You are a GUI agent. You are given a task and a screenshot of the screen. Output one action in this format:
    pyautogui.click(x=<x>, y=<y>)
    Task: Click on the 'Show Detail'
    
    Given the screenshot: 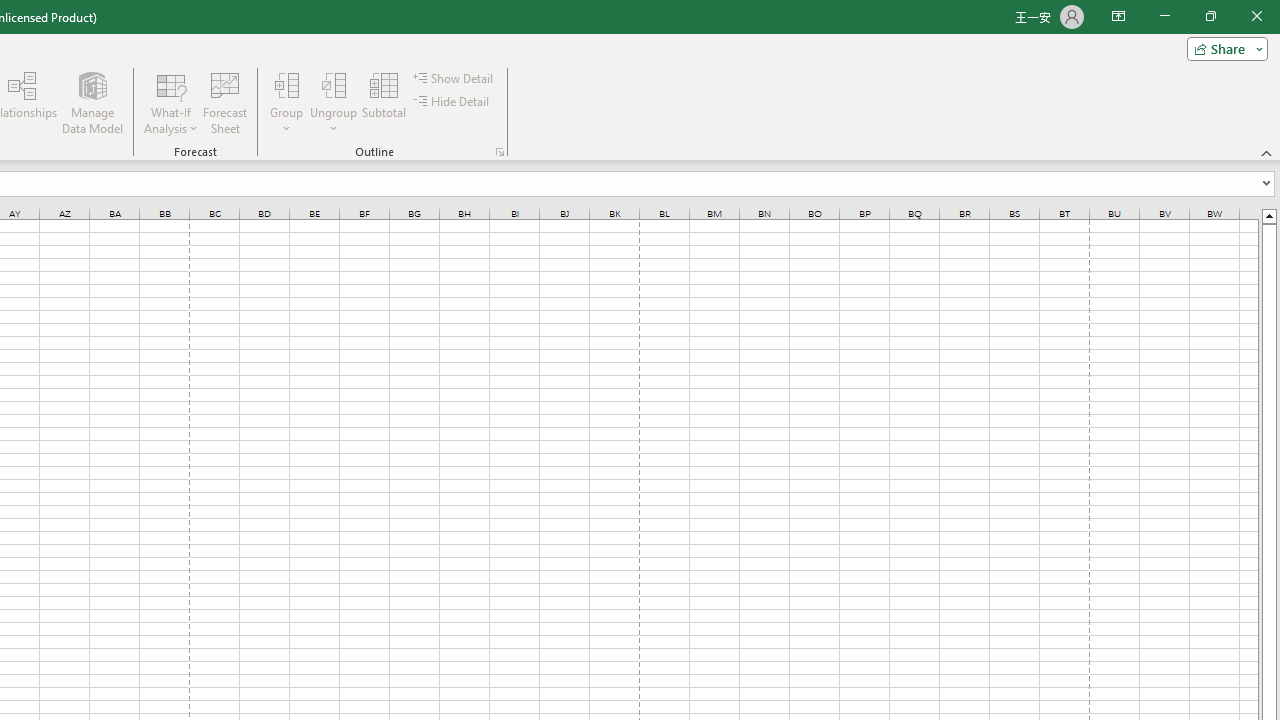 What is the action you would take?
    pyautogui.click(x=454, y=77)
    